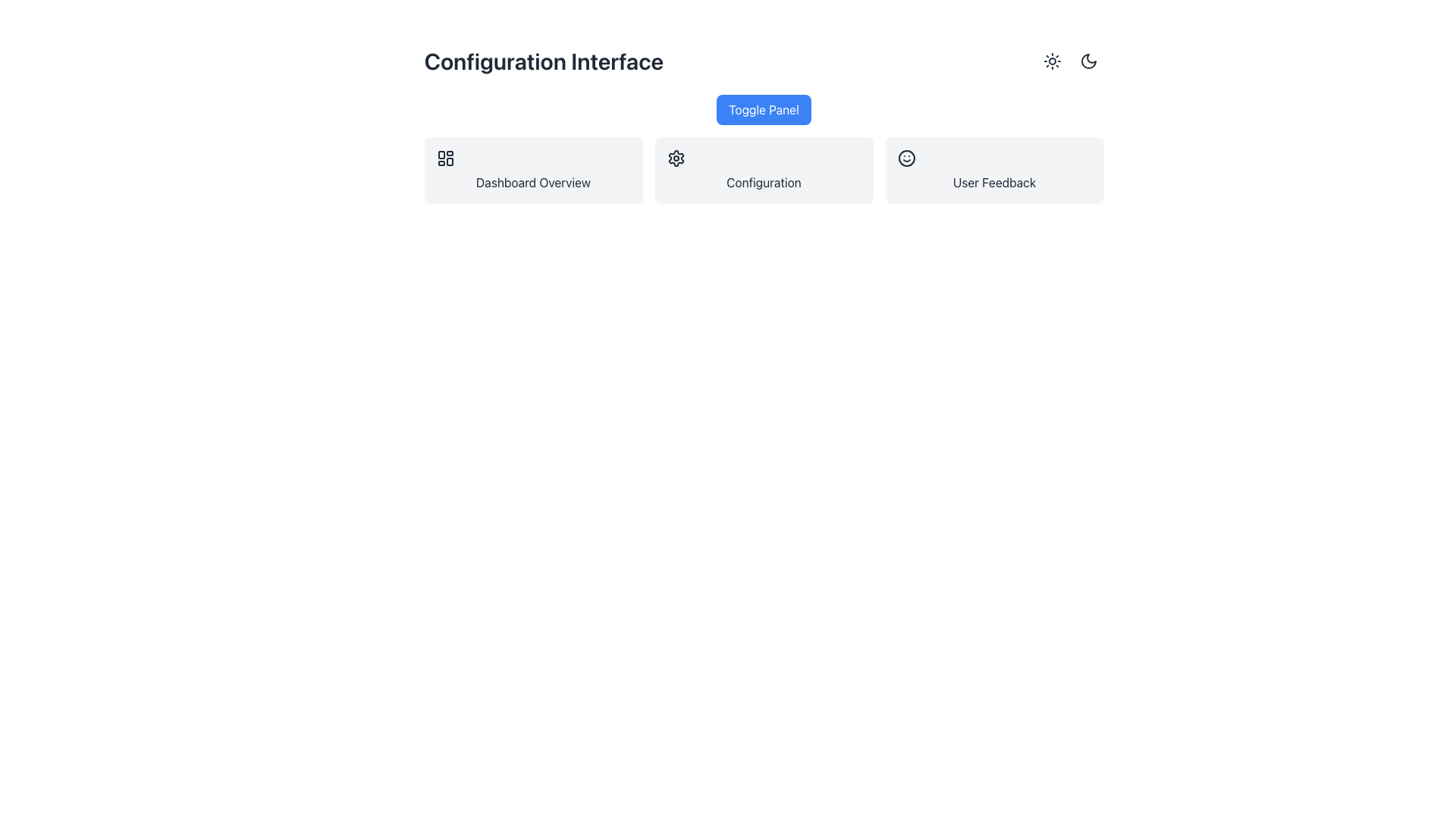 The width and height of the screenshot is (1456, 819). What do you see at coordinates (764, 124) in the screenshot?
I see `the toggle button located centrally above the sections labeled 'Dashboard Overview', 'Configuration', and 'User Feedback' to observe the hover effects` at bounding box center [764, 124].